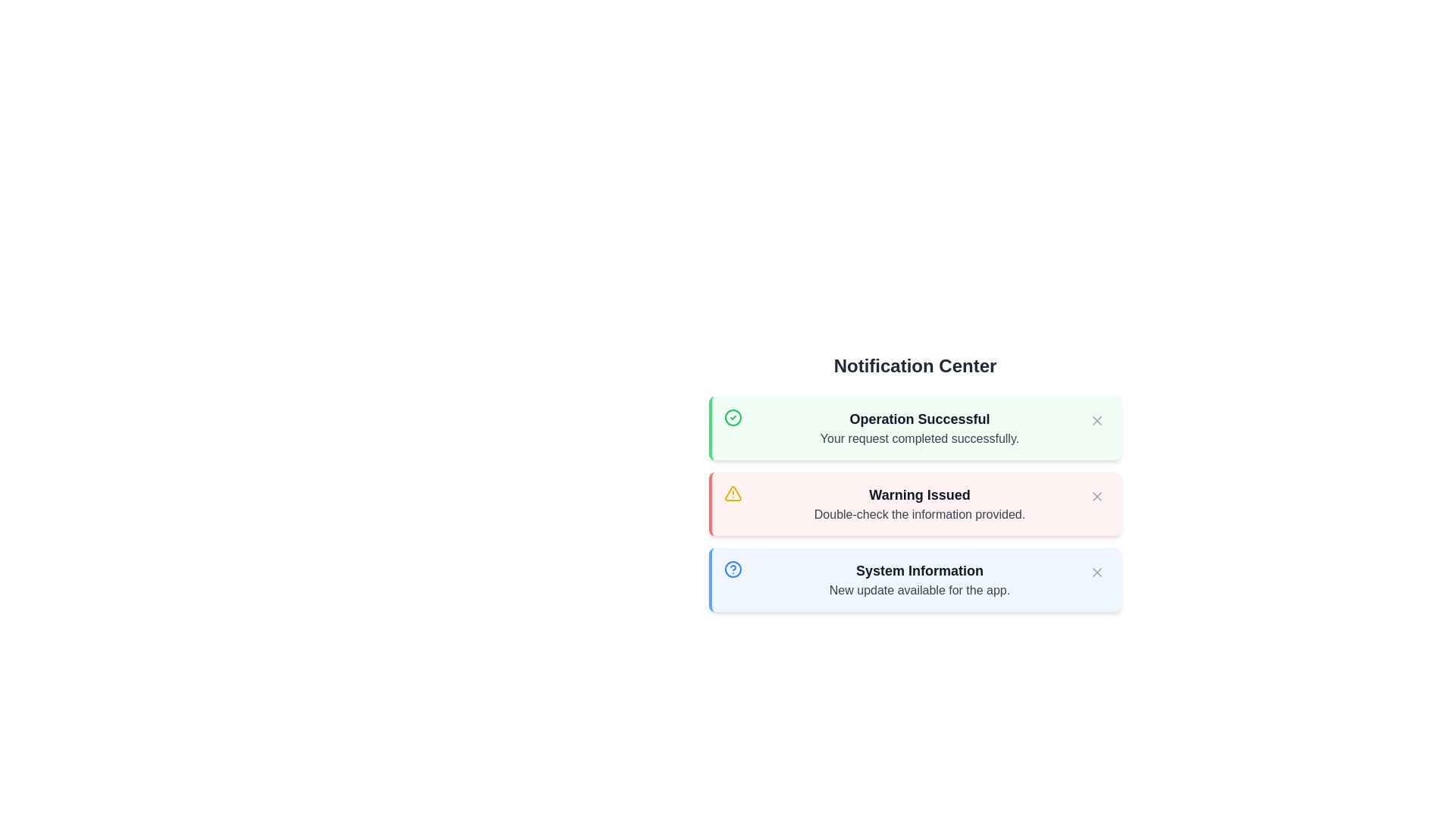 The image size is (1456, 819). I want to click on the title text of the first notification card in the Notification Center to indicate a successful operation or status, so click(919, 419).